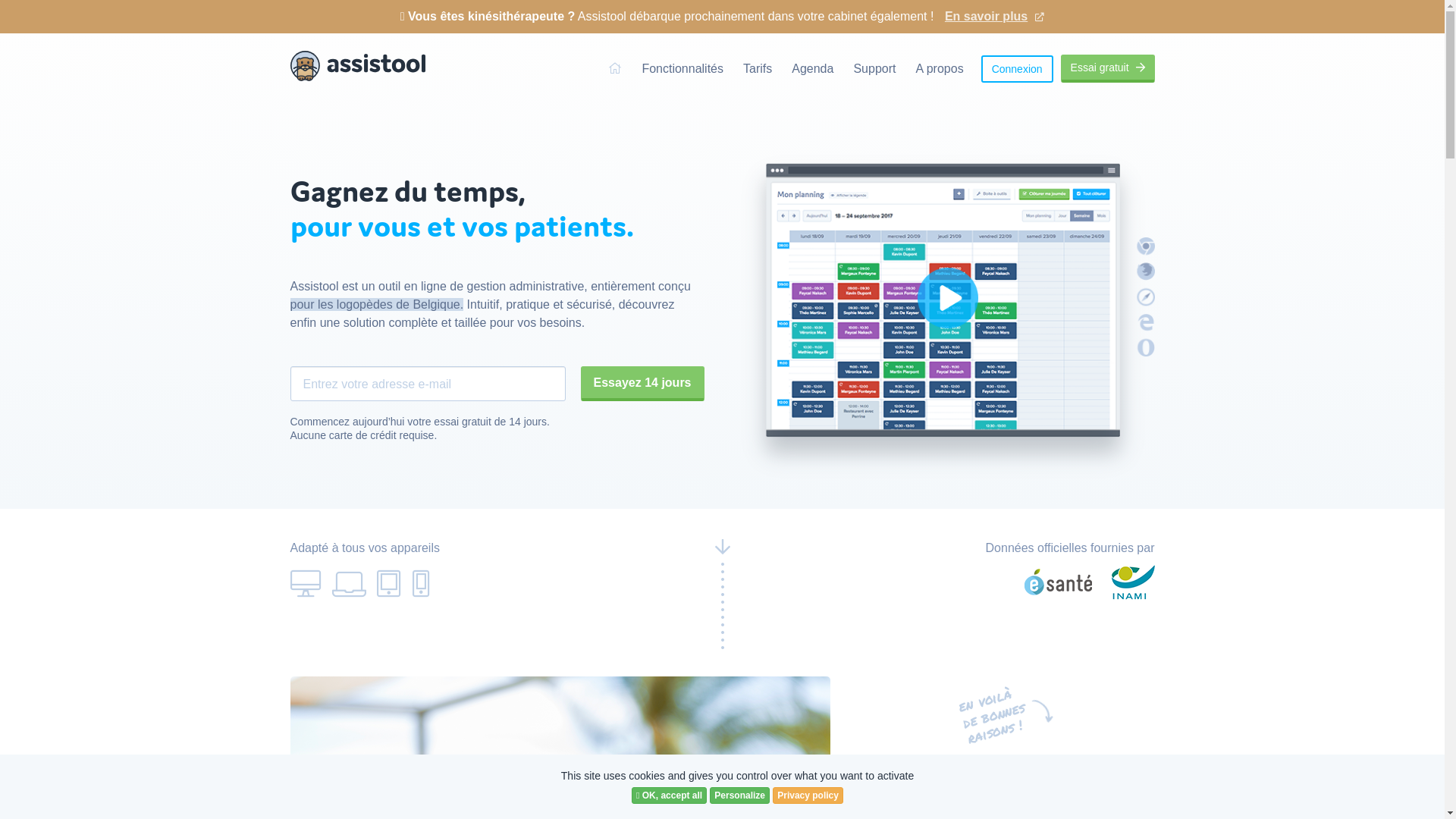 Image resolution: width=1456 pixels, height=819 pixels. I want to click on 'Essai gratuit', so click(1107, 68).